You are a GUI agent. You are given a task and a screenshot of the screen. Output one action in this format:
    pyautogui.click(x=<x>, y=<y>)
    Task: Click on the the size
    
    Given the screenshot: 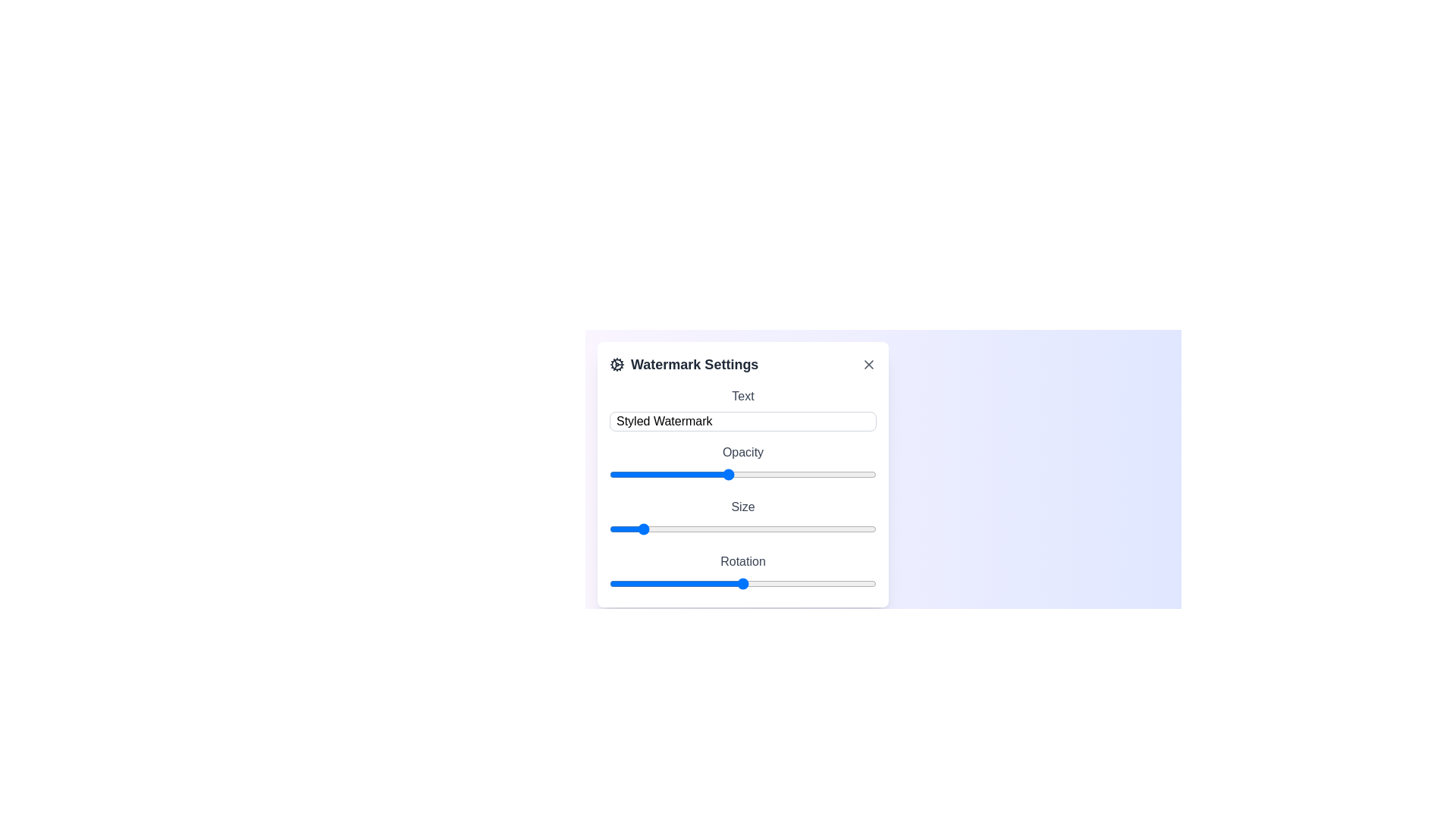 What is the action you would take?
    pyautogui.click(x=676, y=529)
    